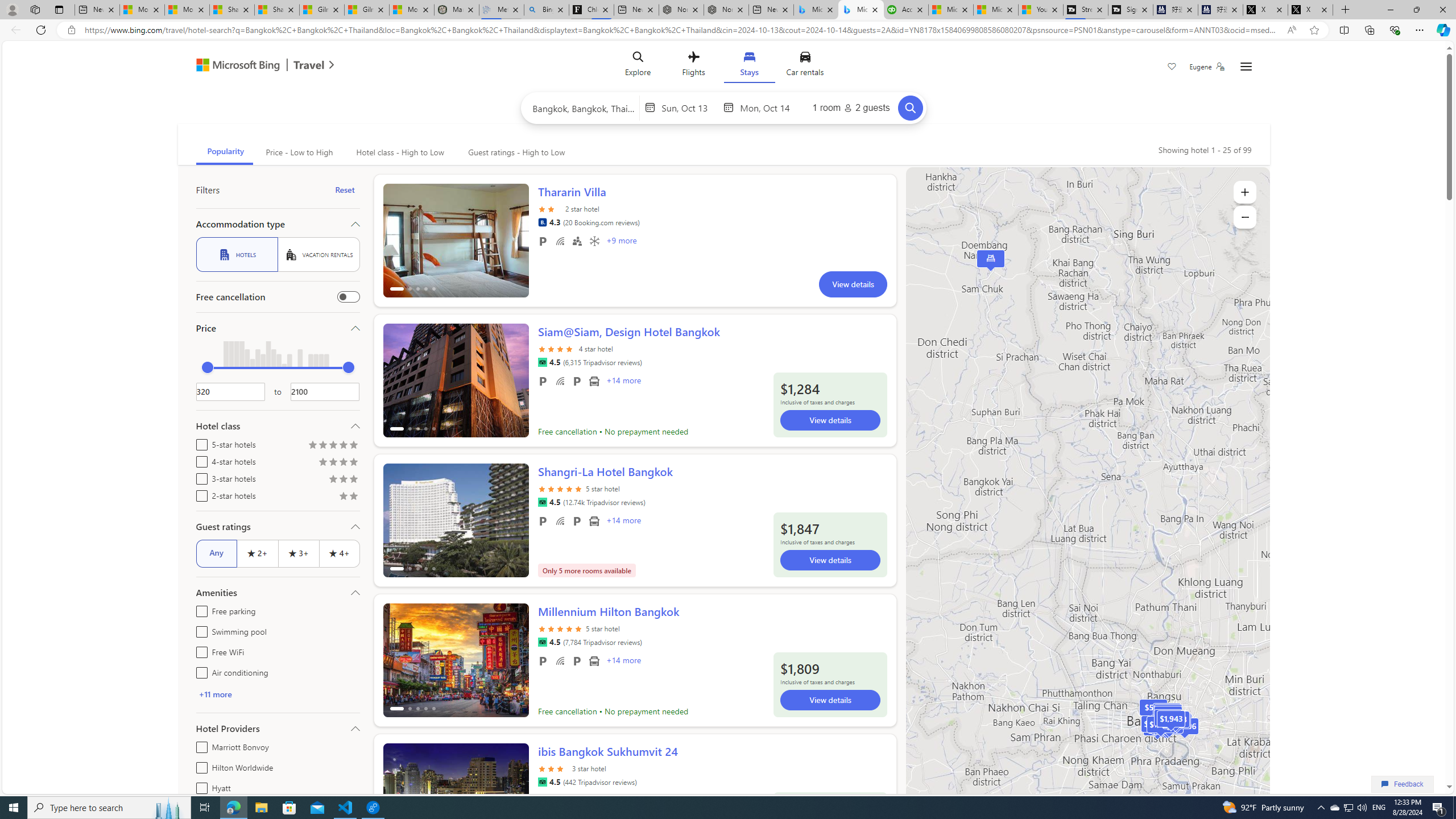  Describe the element at coordinates (1394, 29) in the screenshot. I see `'Browser essentials'` at that location.